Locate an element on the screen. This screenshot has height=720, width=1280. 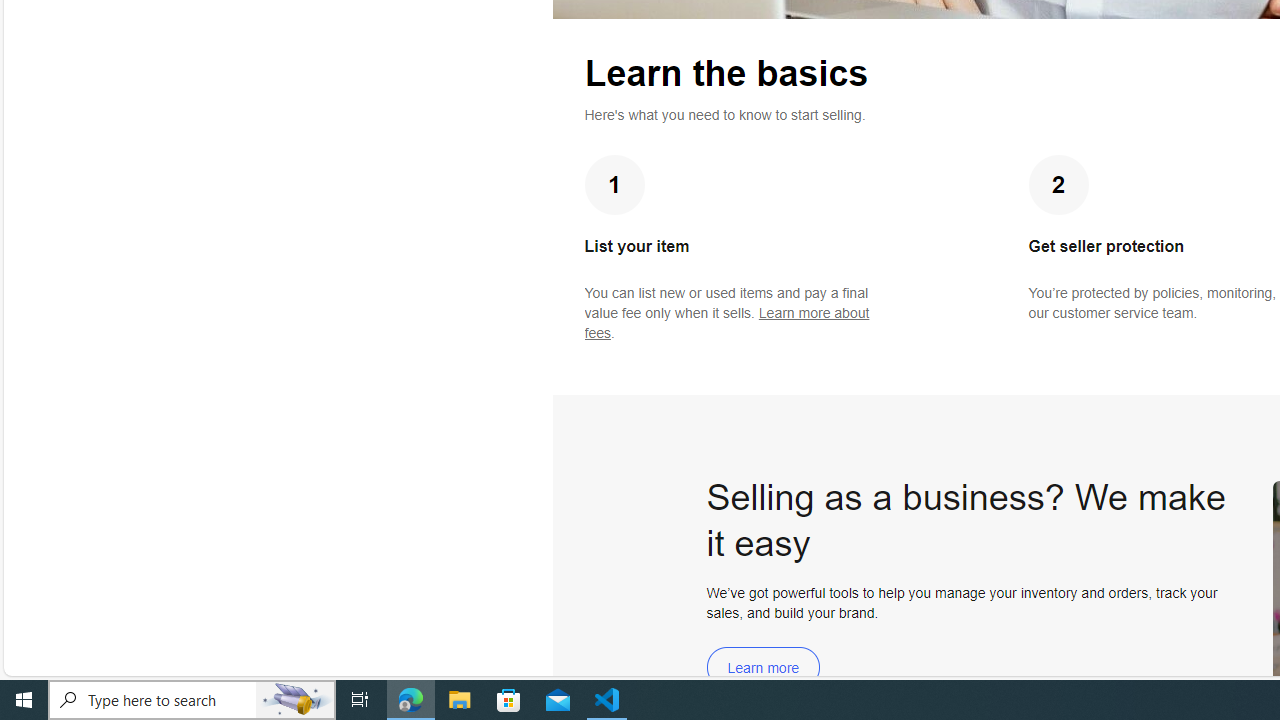
'Learn more about fees - opens in new window or tab.' is located at coordinates (726, 322).